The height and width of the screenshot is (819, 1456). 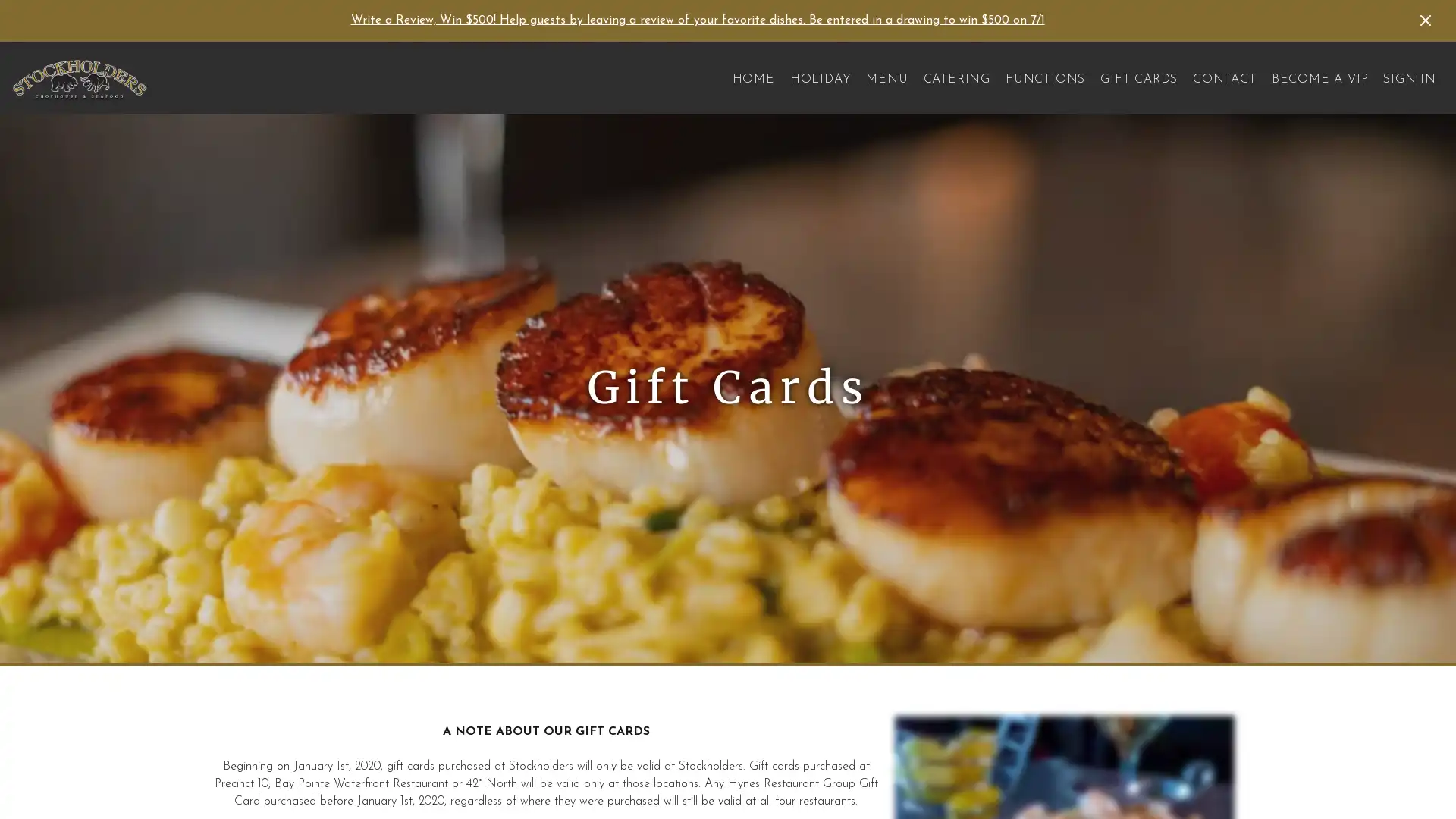 What do you see at coordinates (1318, 79) in the screenshot?
I see `BECOME A VIP` at bounding box center [1318, 79].